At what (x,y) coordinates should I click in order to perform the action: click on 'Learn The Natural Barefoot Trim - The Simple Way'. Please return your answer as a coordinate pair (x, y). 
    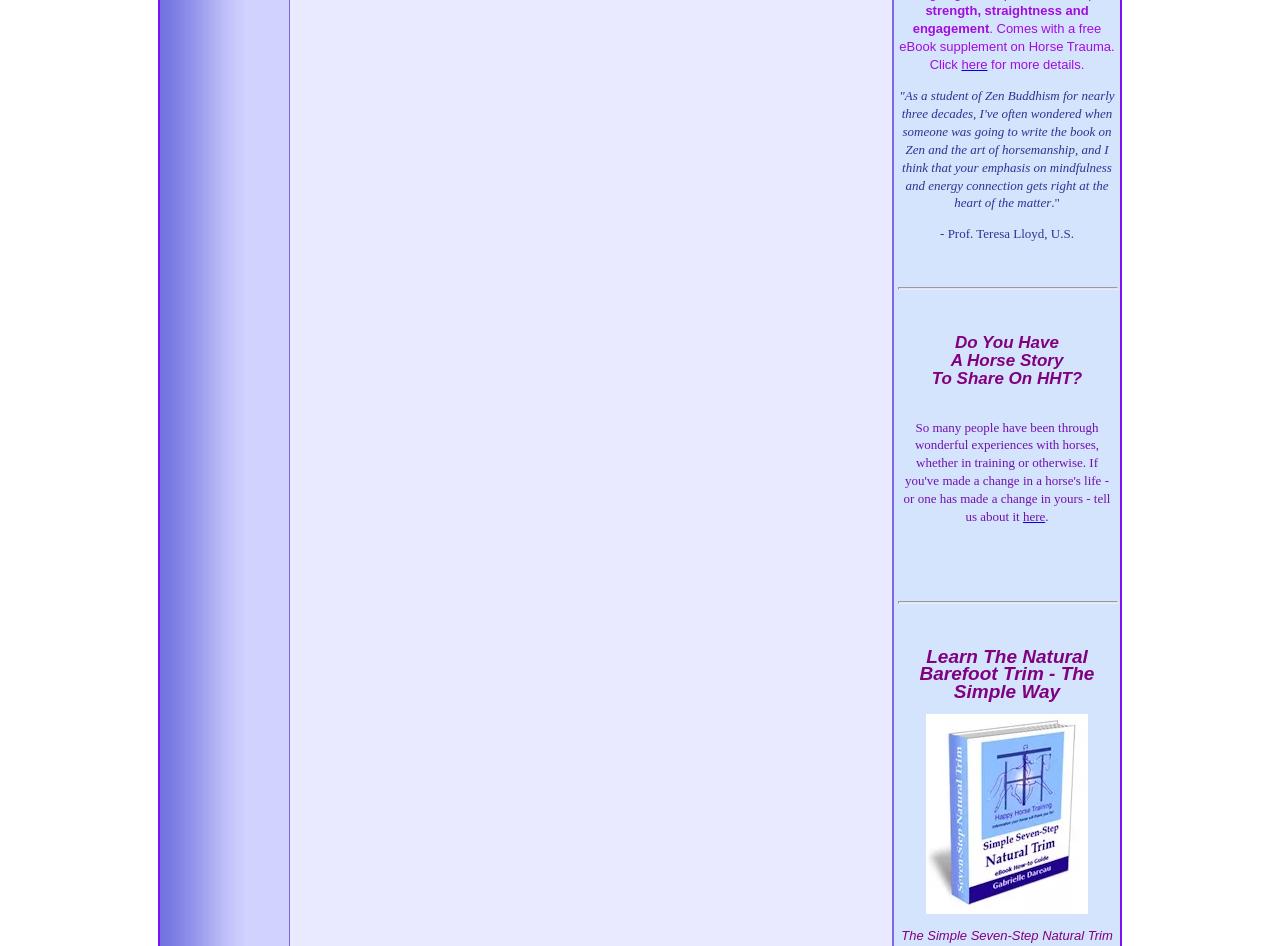
    Looking at the image, I should click on (1006, 673).